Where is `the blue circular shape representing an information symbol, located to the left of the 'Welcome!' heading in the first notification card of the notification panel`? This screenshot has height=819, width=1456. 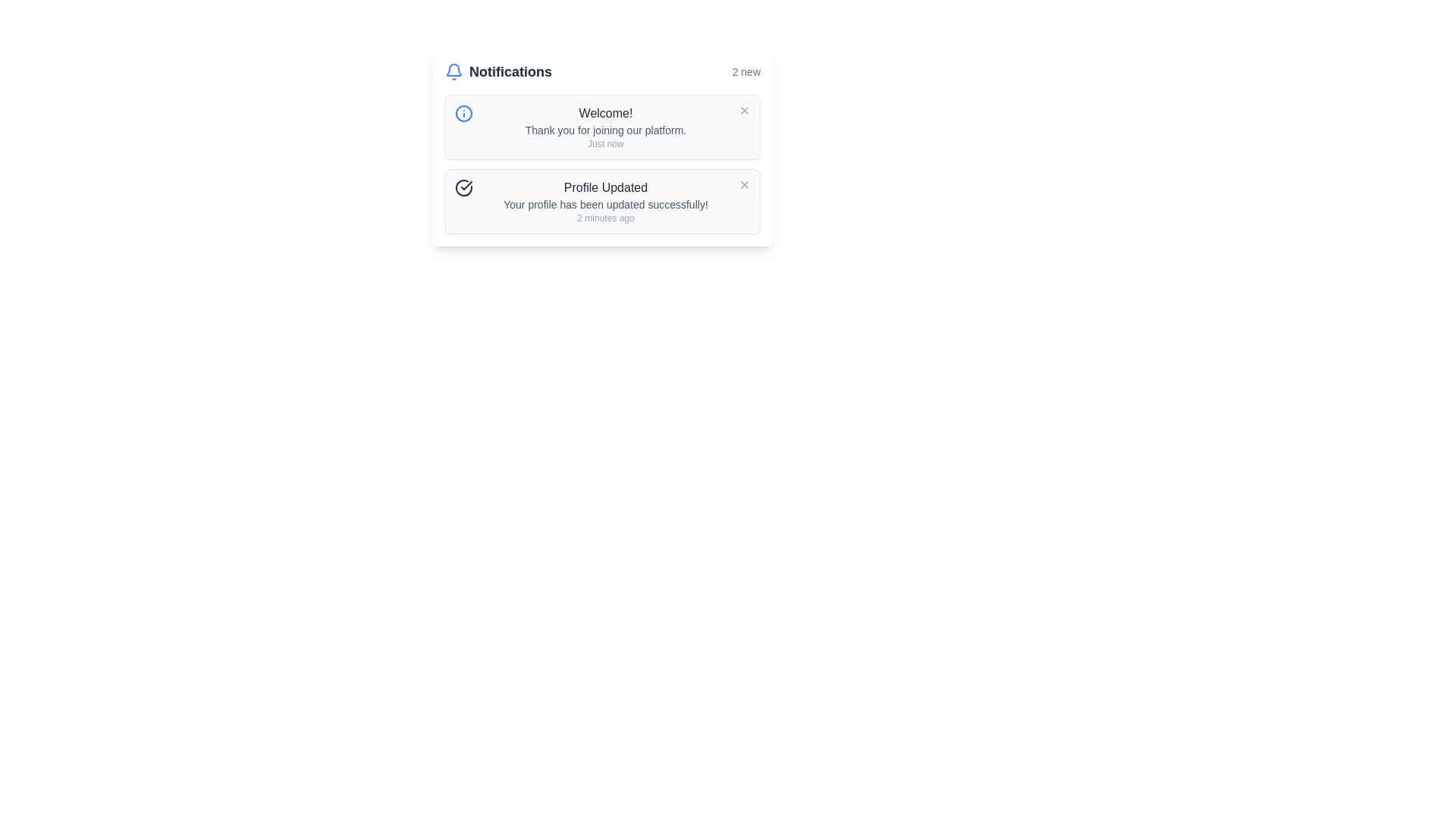
the blue circular shape representing an information symbol, located to the left of the 'Welcome!' heading in the first notification card of the notification panel is located at coordinates (463, 113).